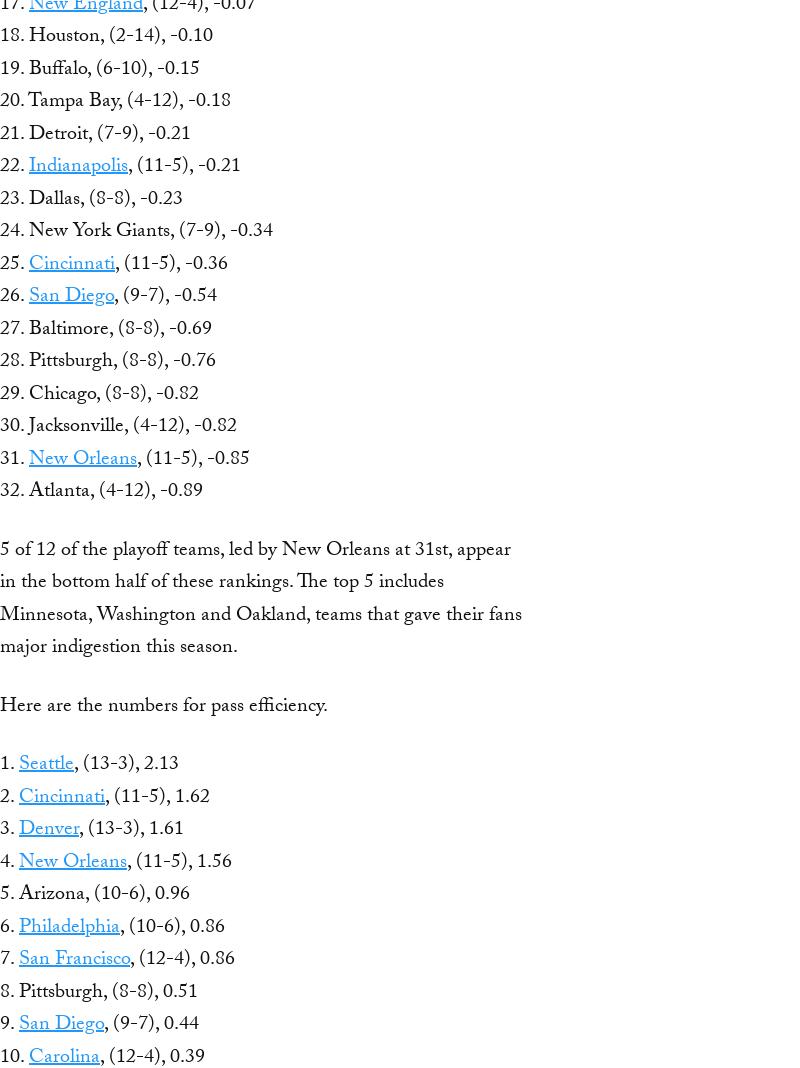  I want to click on '27. Baltimore, (8-8), -0.69', so click(105, 329).